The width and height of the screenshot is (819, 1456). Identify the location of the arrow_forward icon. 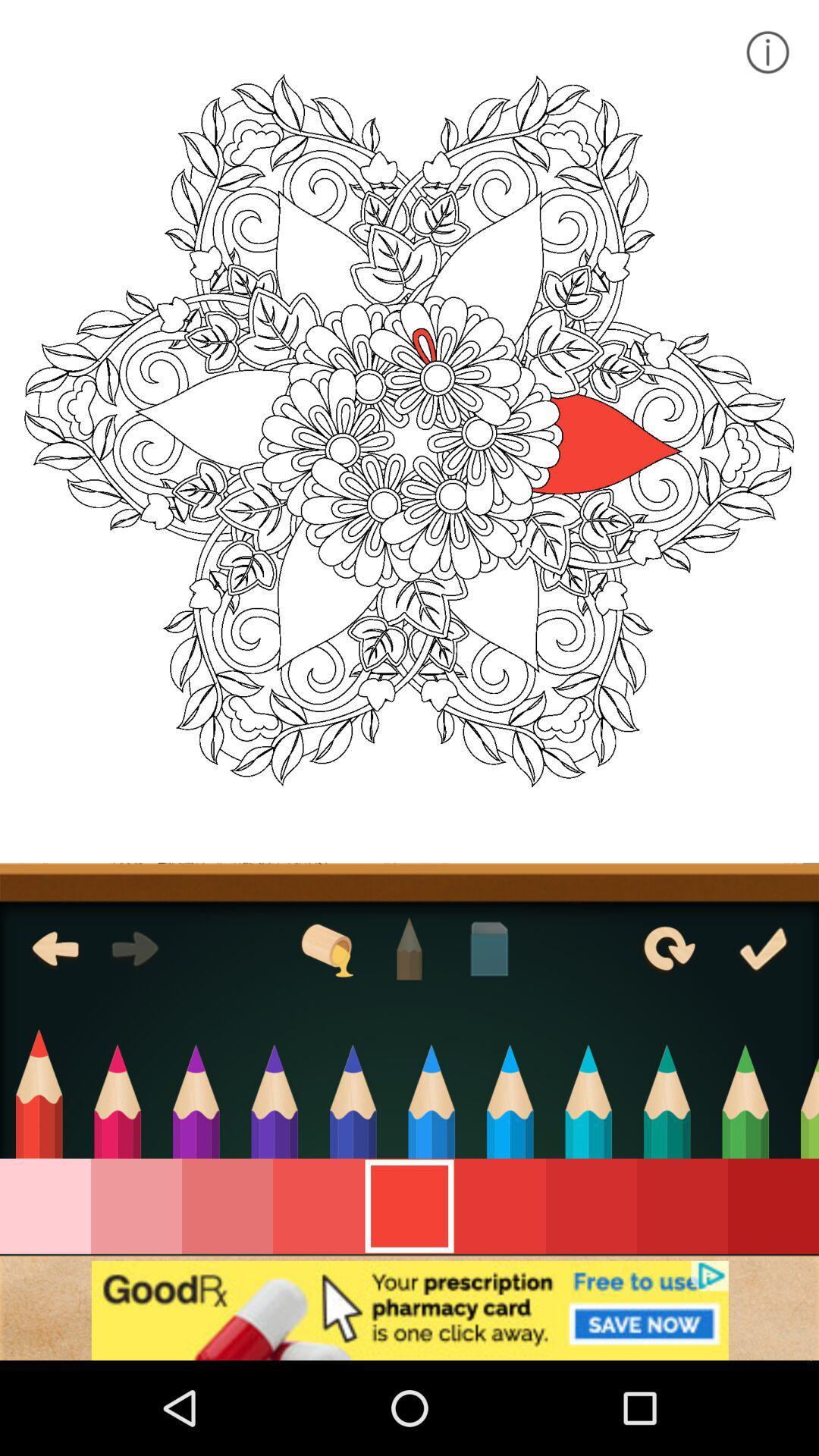
(134, 948).